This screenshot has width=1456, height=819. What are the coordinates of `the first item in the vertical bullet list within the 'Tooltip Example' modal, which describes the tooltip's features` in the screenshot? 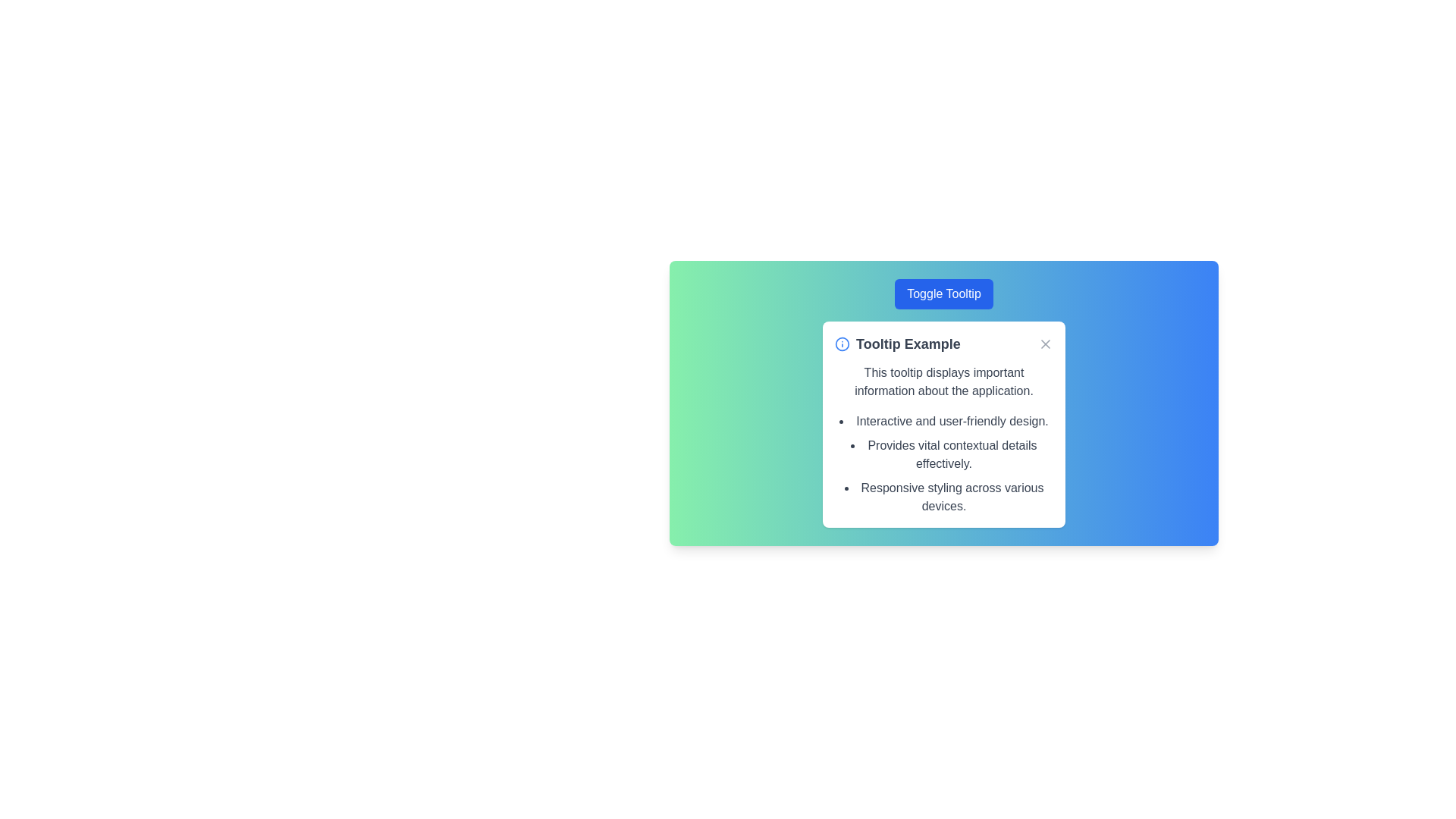 It's located at (943, 421).